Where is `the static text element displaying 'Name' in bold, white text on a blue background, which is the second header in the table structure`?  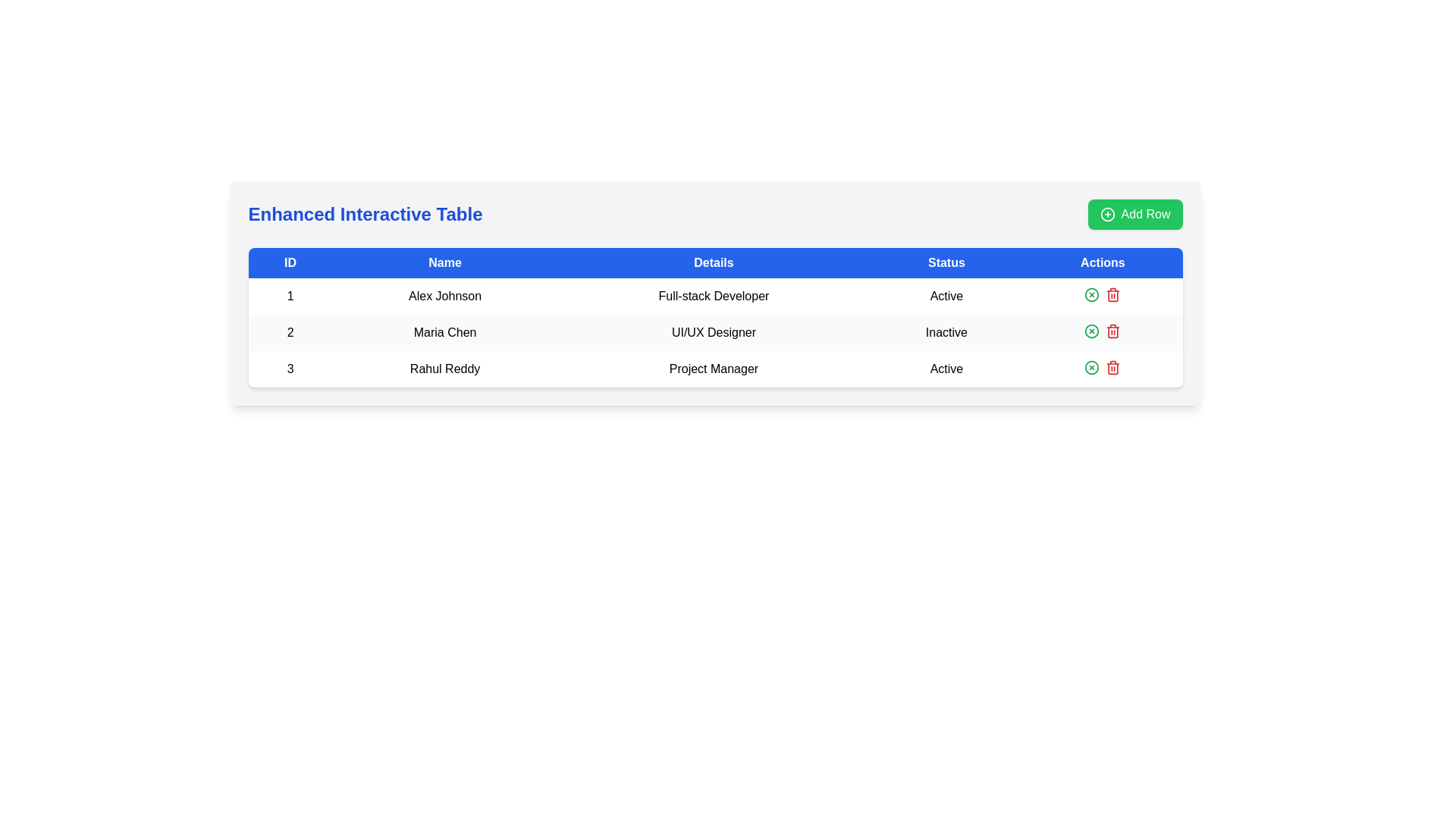
the static text element displaying 'Name' in bold, white text on a blue background, which is the second header in the table structure is located at coordinates (444, 262).